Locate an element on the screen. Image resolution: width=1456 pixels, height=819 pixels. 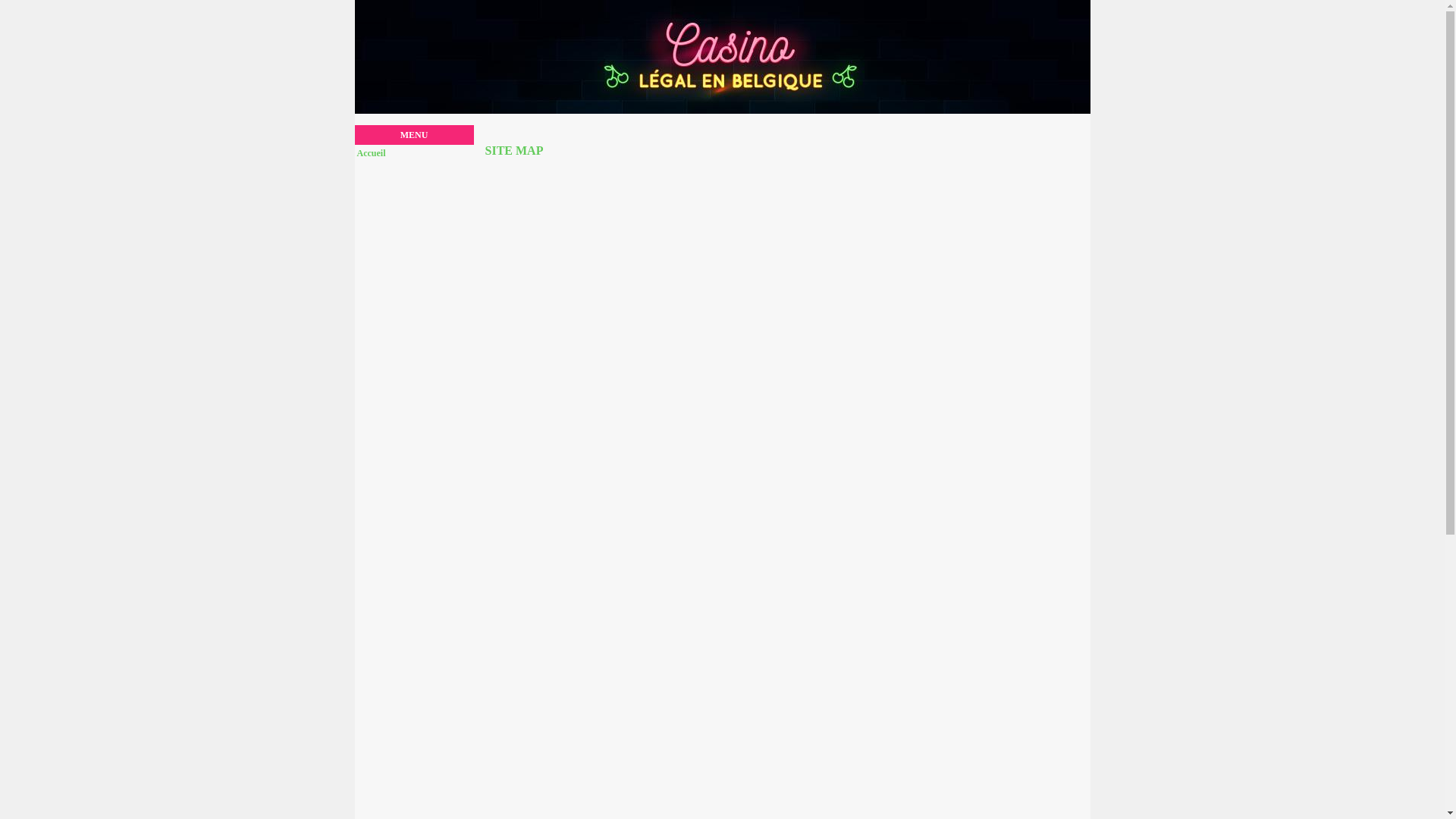
'MENU' is located at coordinates (414, 133).